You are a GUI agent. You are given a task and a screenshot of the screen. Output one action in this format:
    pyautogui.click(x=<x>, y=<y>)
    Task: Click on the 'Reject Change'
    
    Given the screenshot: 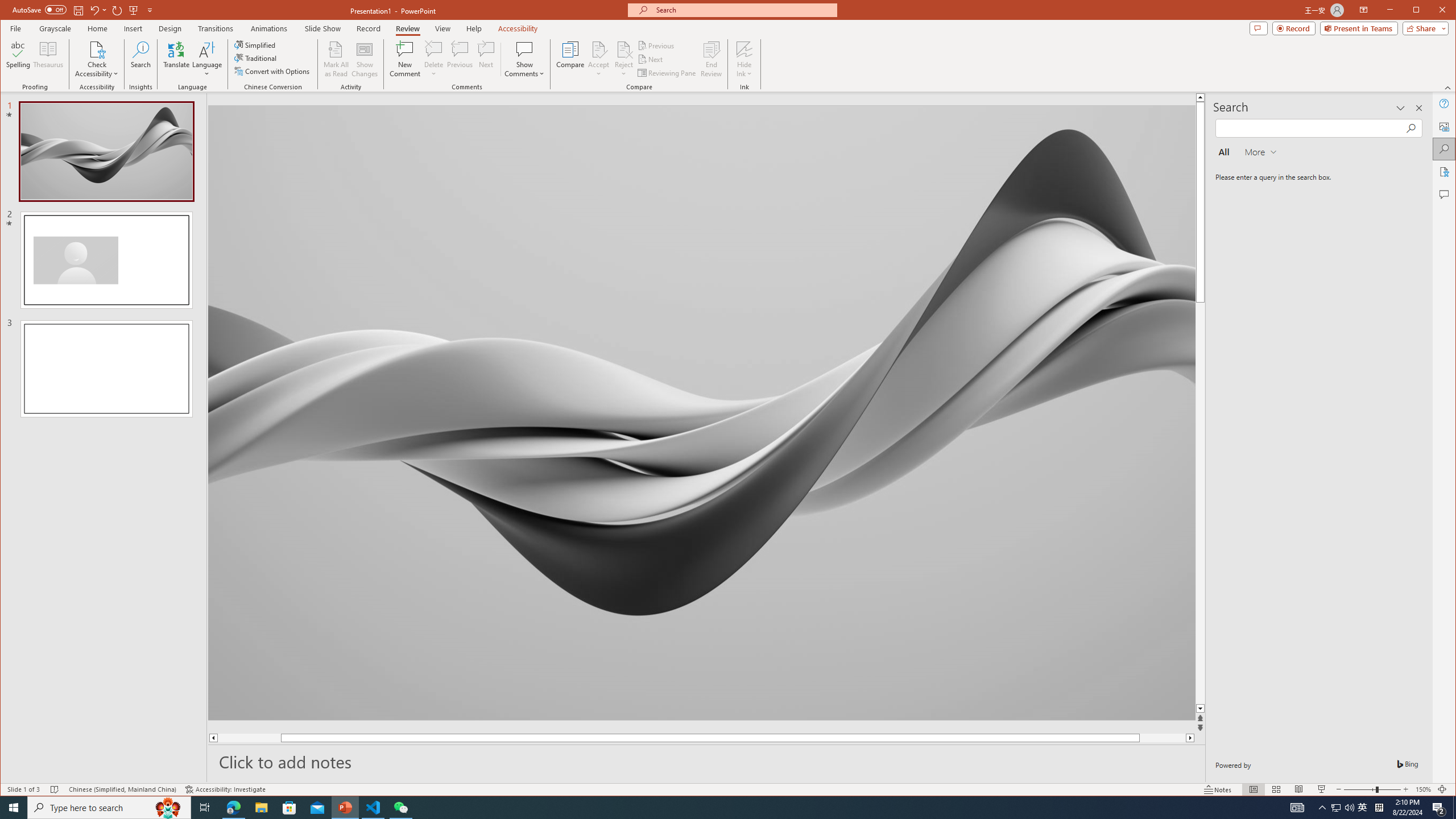 What is the action you would take?
    pyautogui.click(x=623, y=48)
    